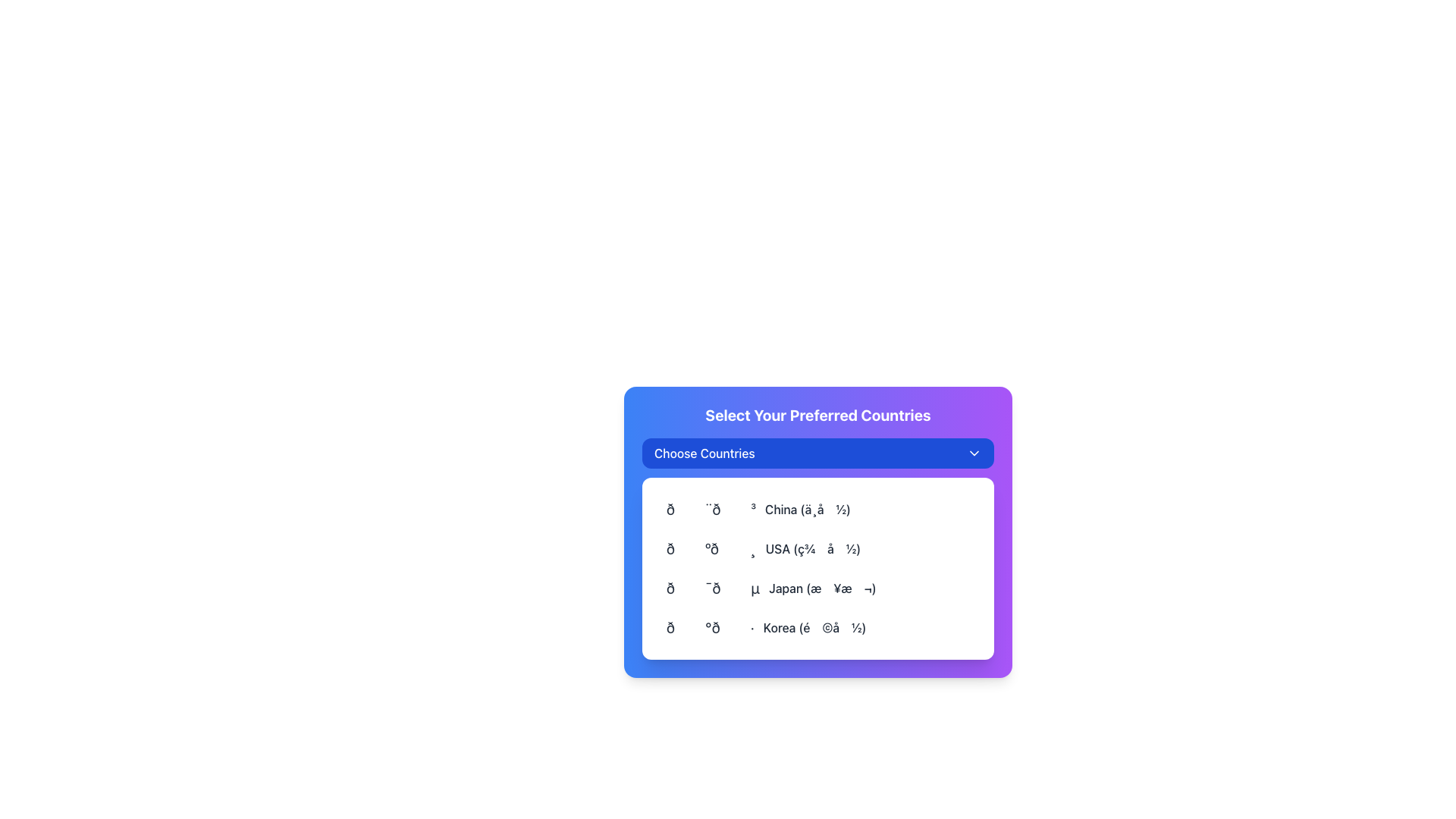 The height and width of the screenshot is (819, 1456). Describe the element at coordinates (821, 587) in the screenshot. I see `the Text Display that shows the name of the country and its native script, located in the fourth row of the dropdown menu, to the right of the country icon` at that location.